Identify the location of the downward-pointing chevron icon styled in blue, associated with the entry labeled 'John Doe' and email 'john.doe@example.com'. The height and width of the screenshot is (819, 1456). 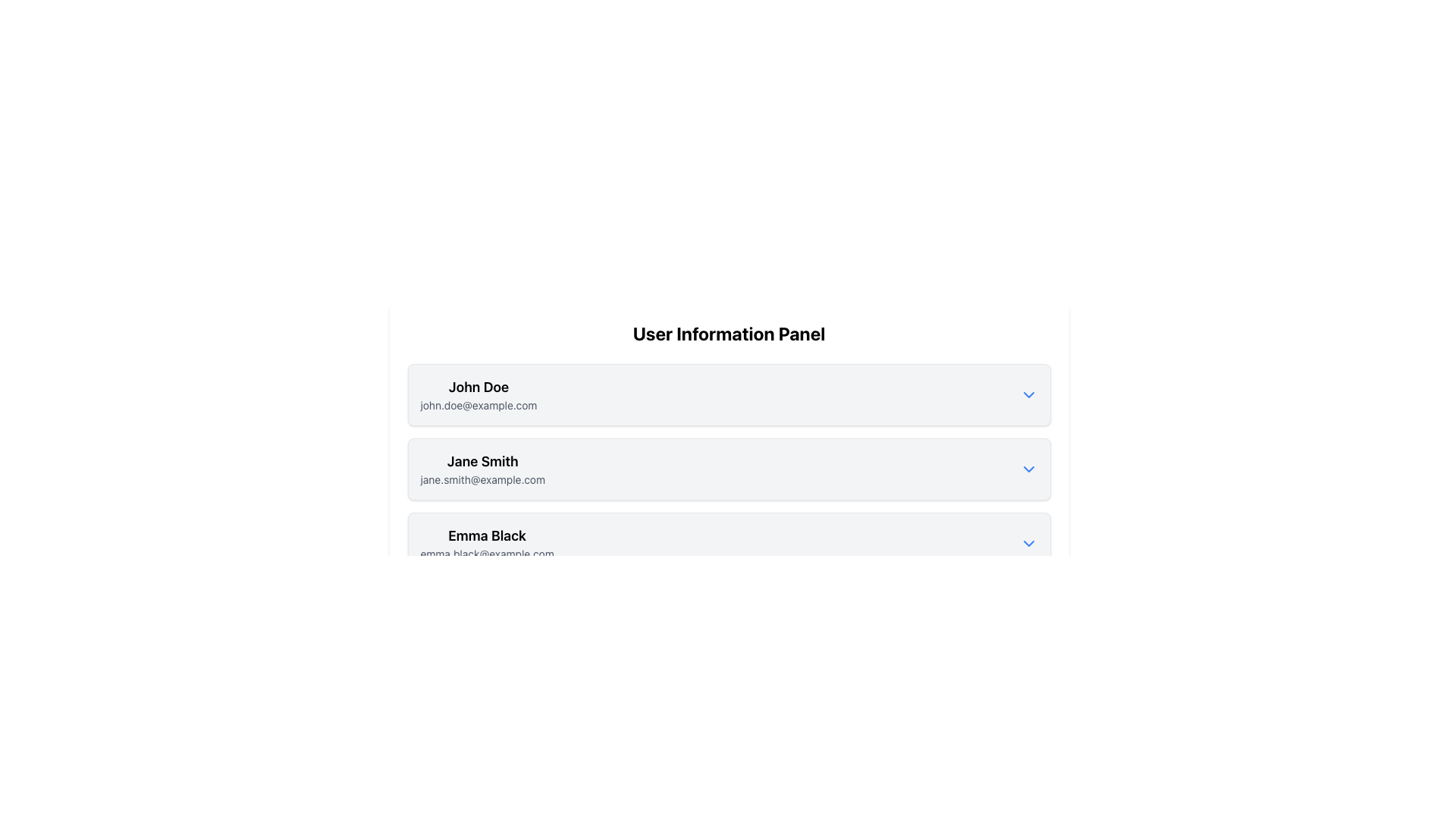
(1028, 394).